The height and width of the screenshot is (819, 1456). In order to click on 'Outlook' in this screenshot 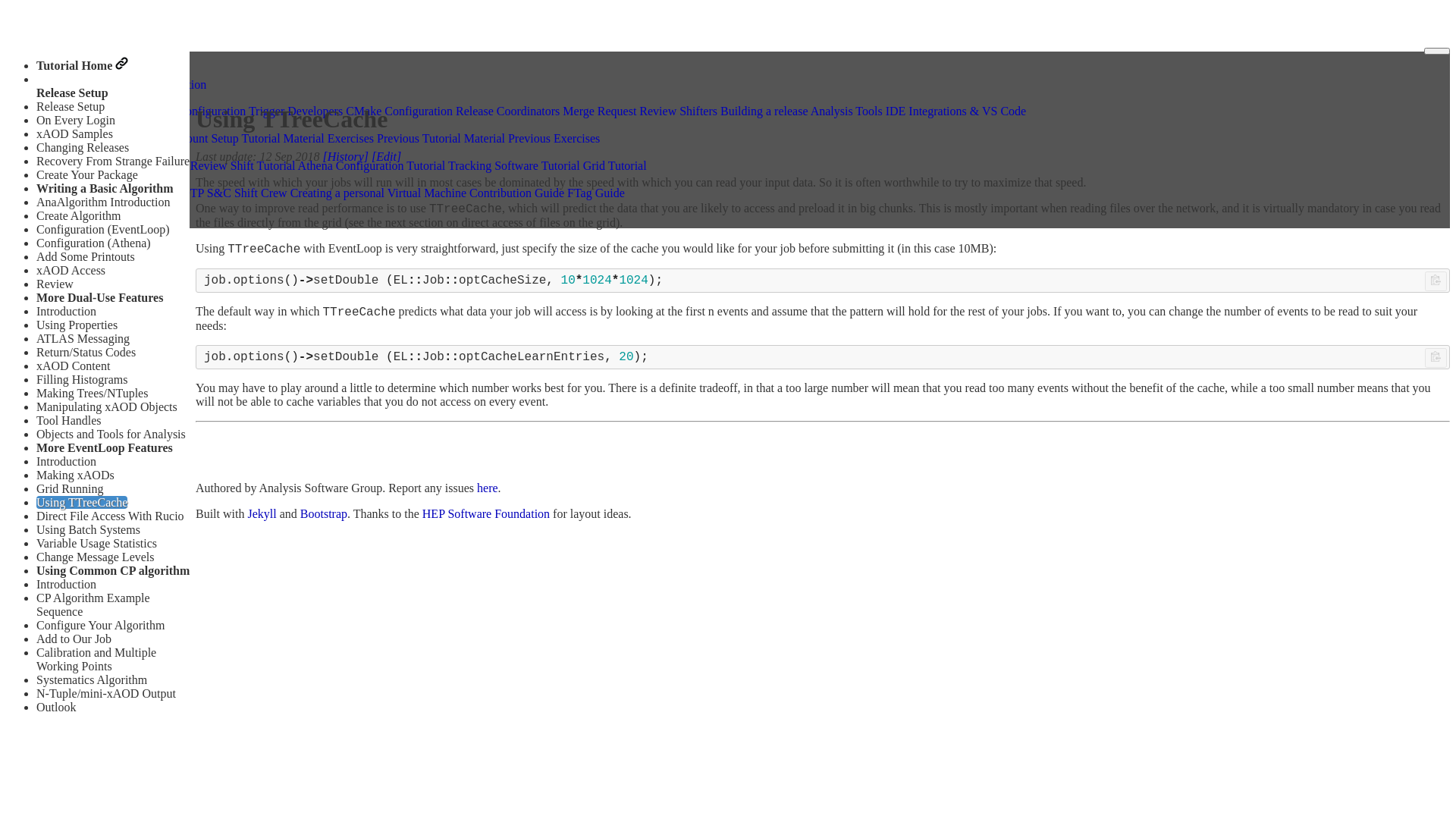, I will do `click(55, 707)`.